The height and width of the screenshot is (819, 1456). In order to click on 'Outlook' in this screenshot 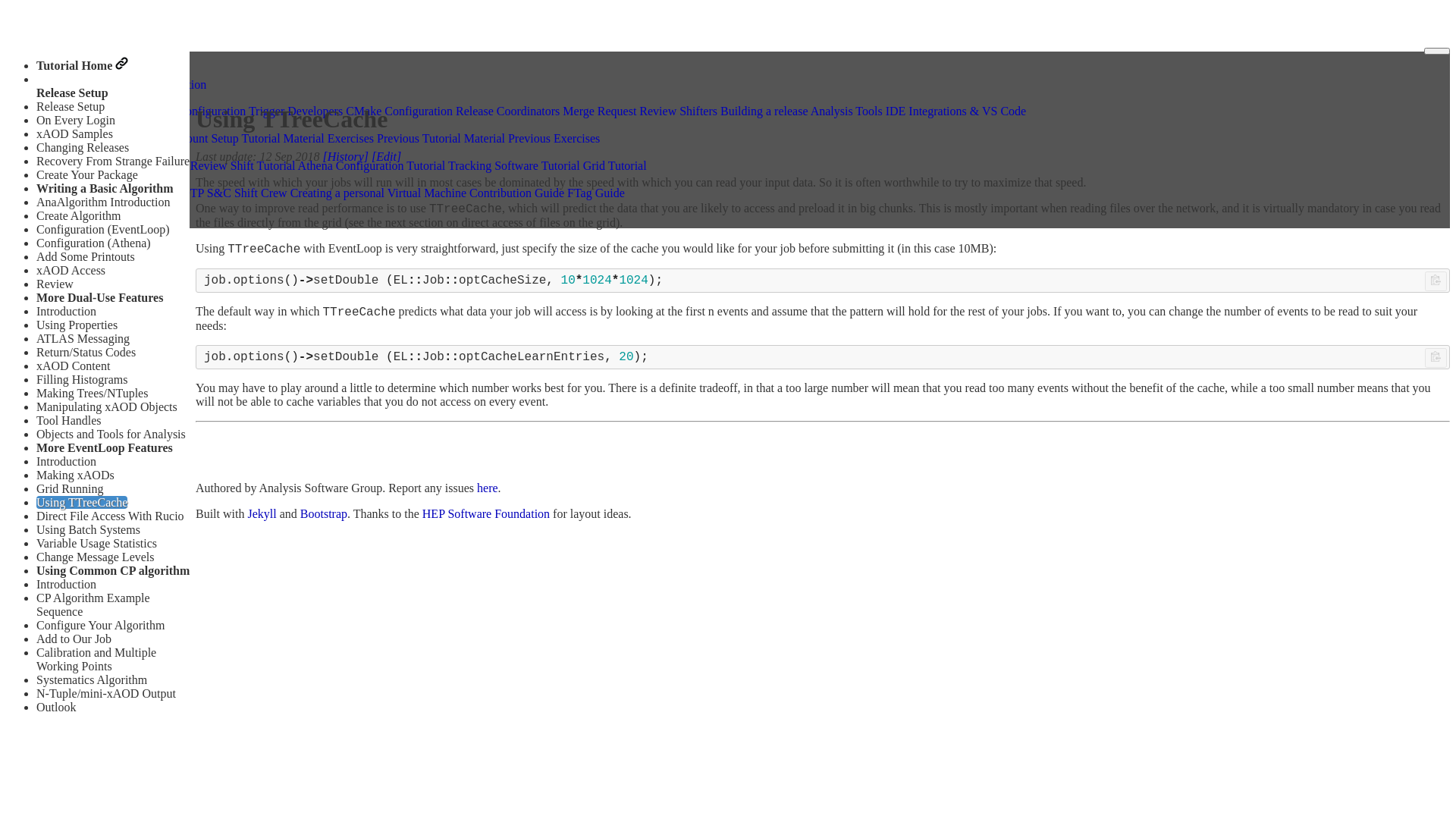, I will do `click(55, 707)`.